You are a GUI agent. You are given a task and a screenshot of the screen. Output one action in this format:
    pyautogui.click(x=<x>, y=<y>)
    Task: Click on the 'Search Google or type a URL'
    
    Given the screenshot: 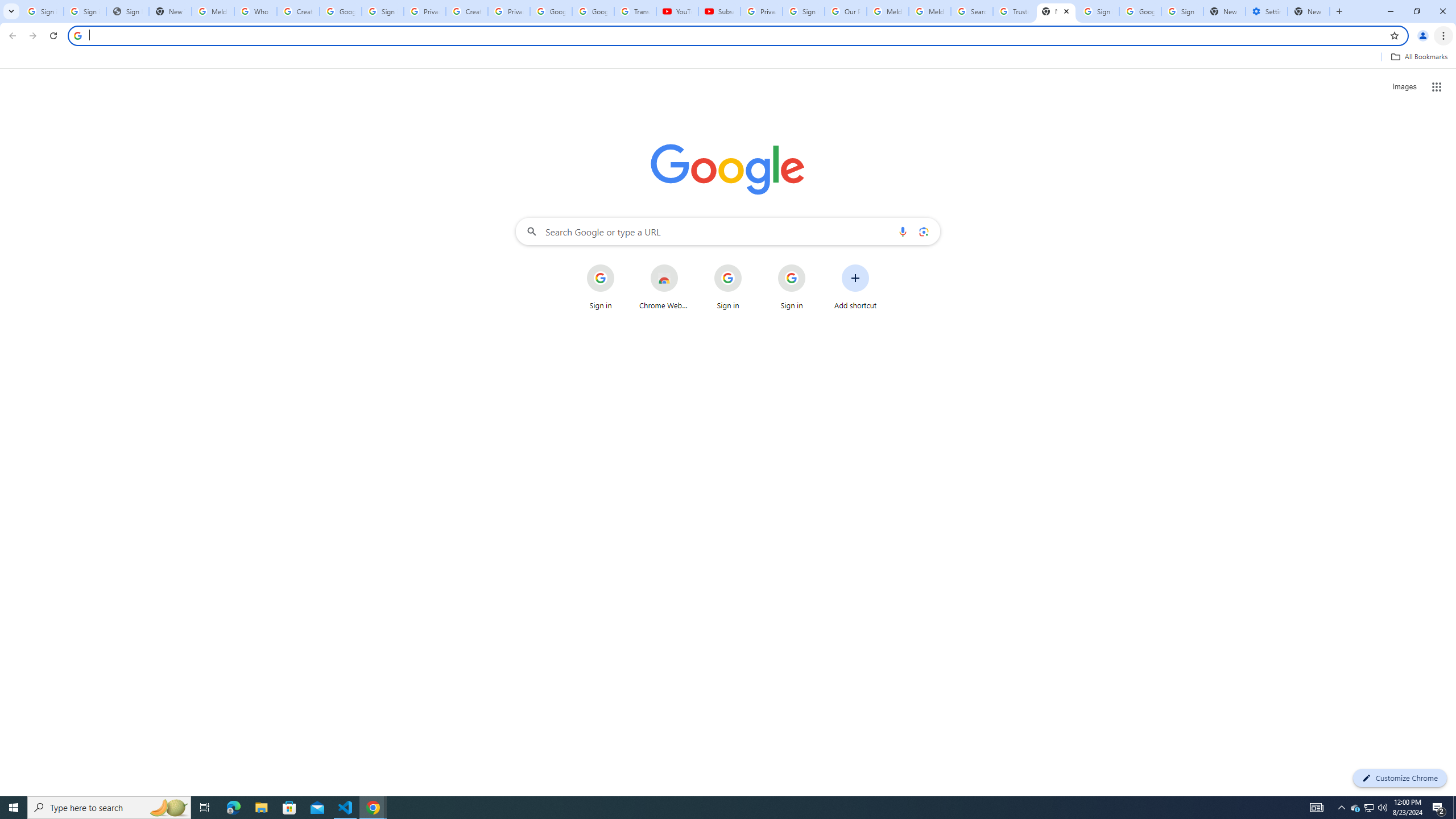 What is the action you would take?
    pyautogui.click(x=728, y=230)
    